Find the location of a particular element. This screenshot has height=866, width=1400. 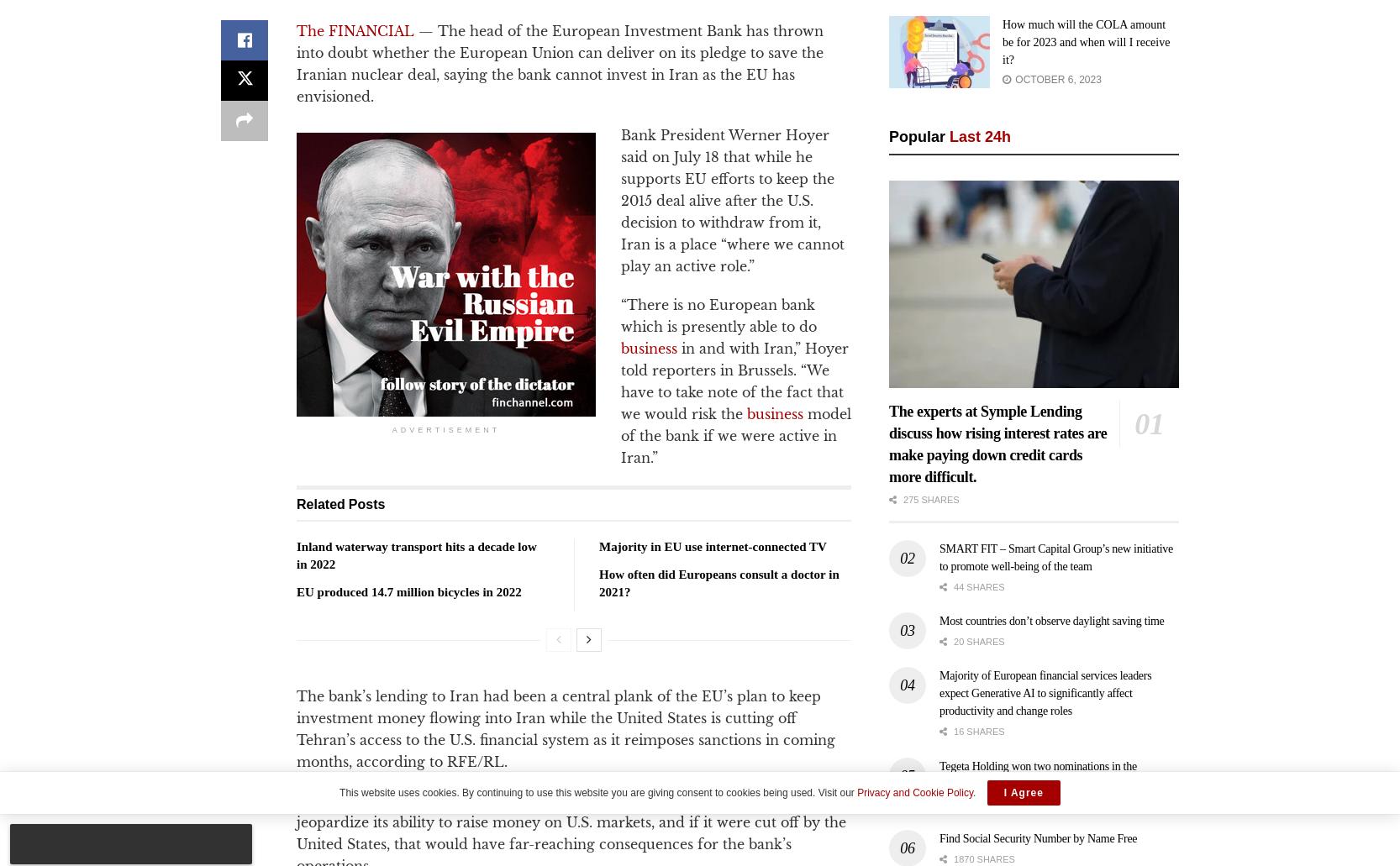

'275 shares' is located at coordinates (929, 497).